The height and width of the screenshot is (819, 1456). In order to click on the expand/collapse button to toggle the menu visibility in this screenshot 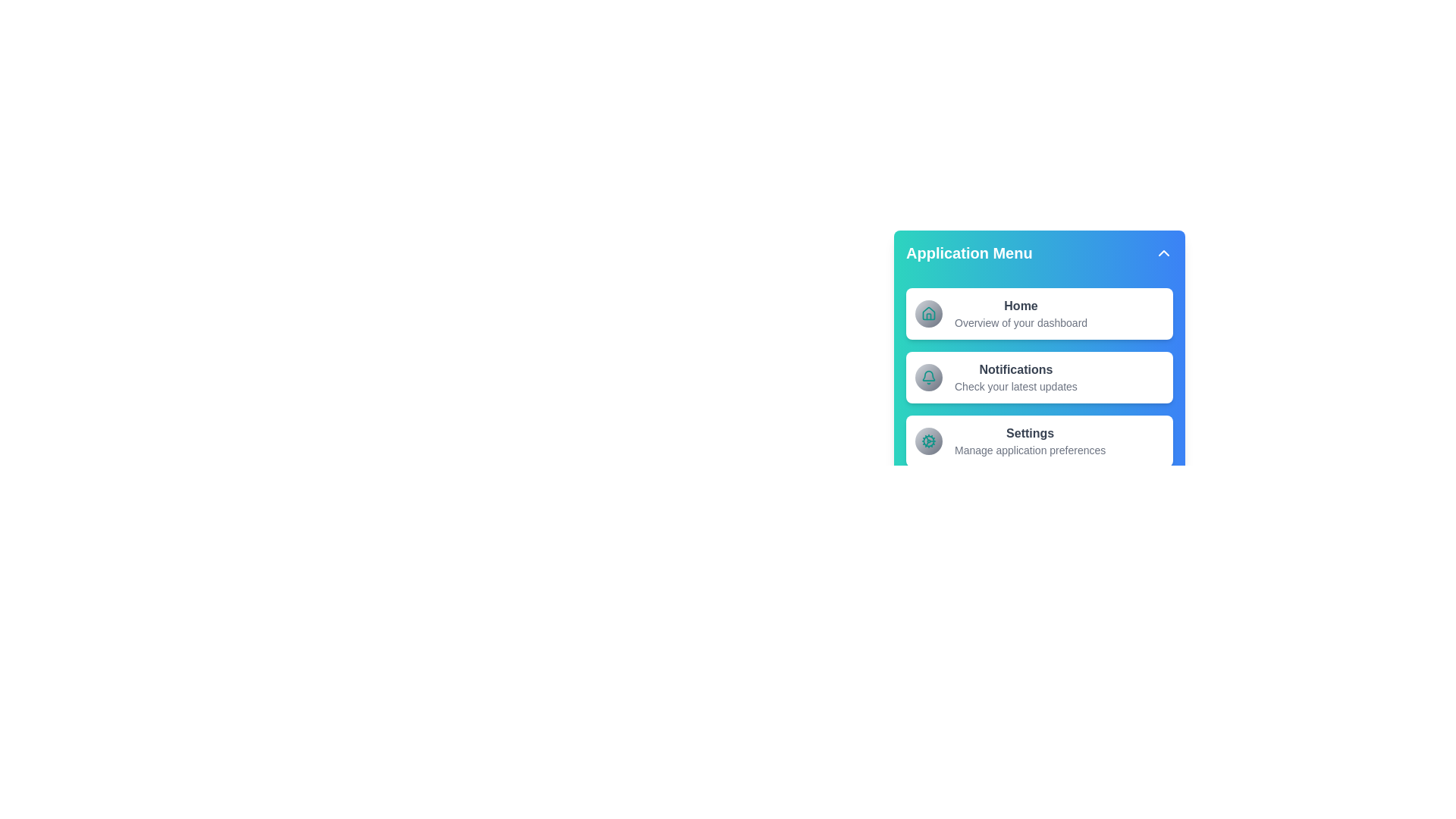, I will do `click(1163, 253)`.